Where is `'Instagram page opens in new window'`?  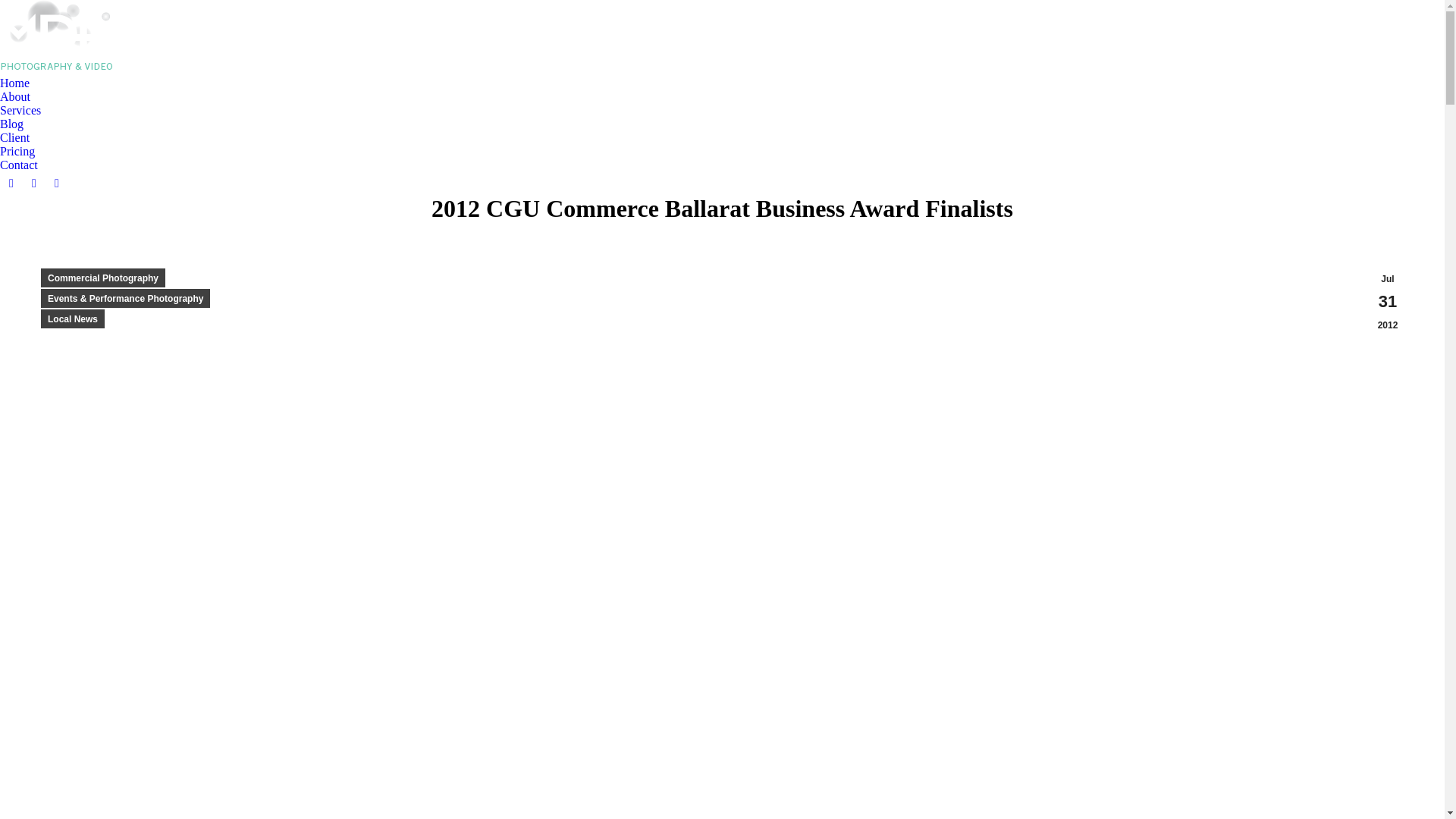 'Instagram page opens in new window' is located at coordinates (57, 183).